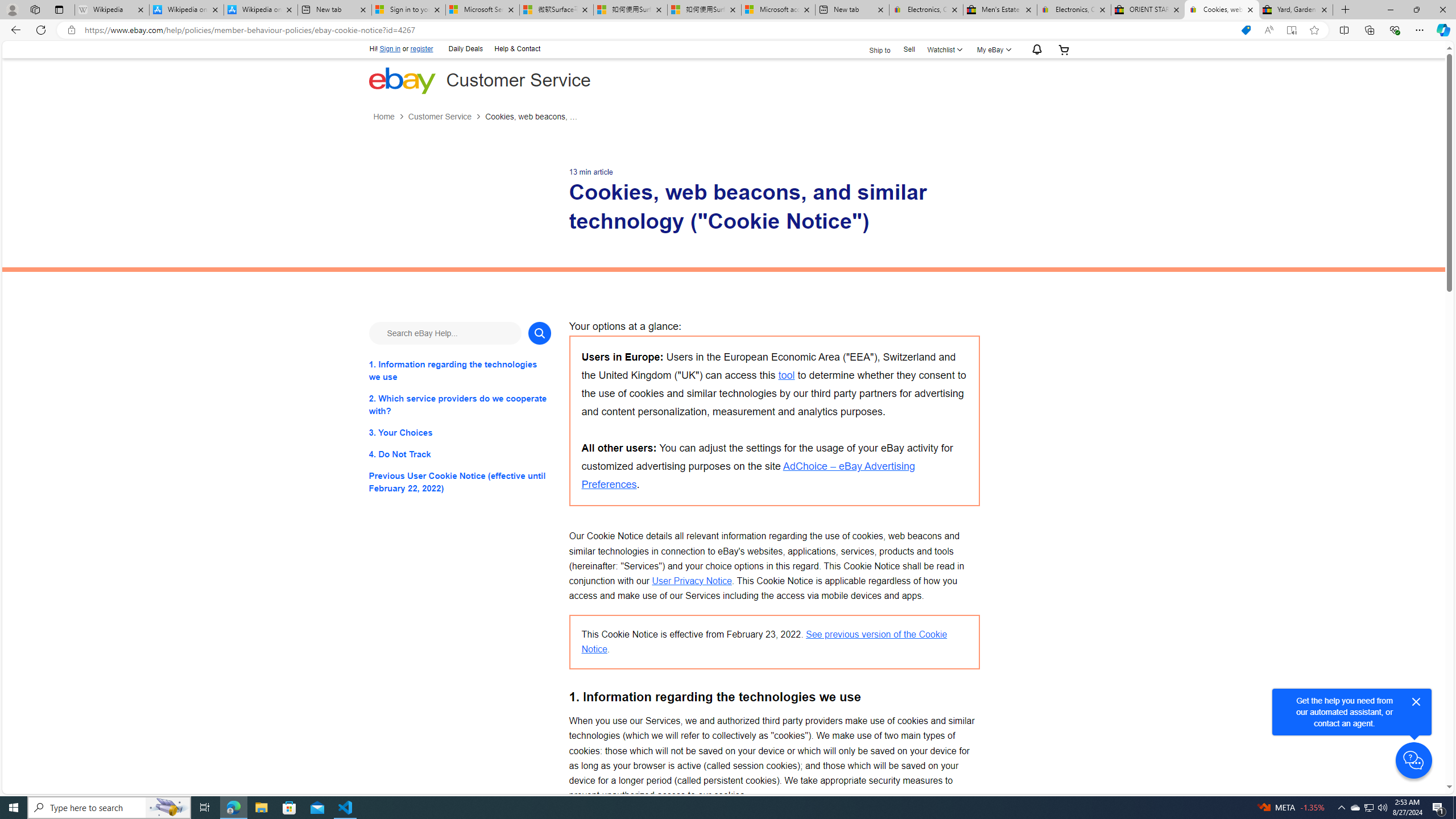  I want to click on 'See previous version of the Cookie Notice', so click(764, 641).